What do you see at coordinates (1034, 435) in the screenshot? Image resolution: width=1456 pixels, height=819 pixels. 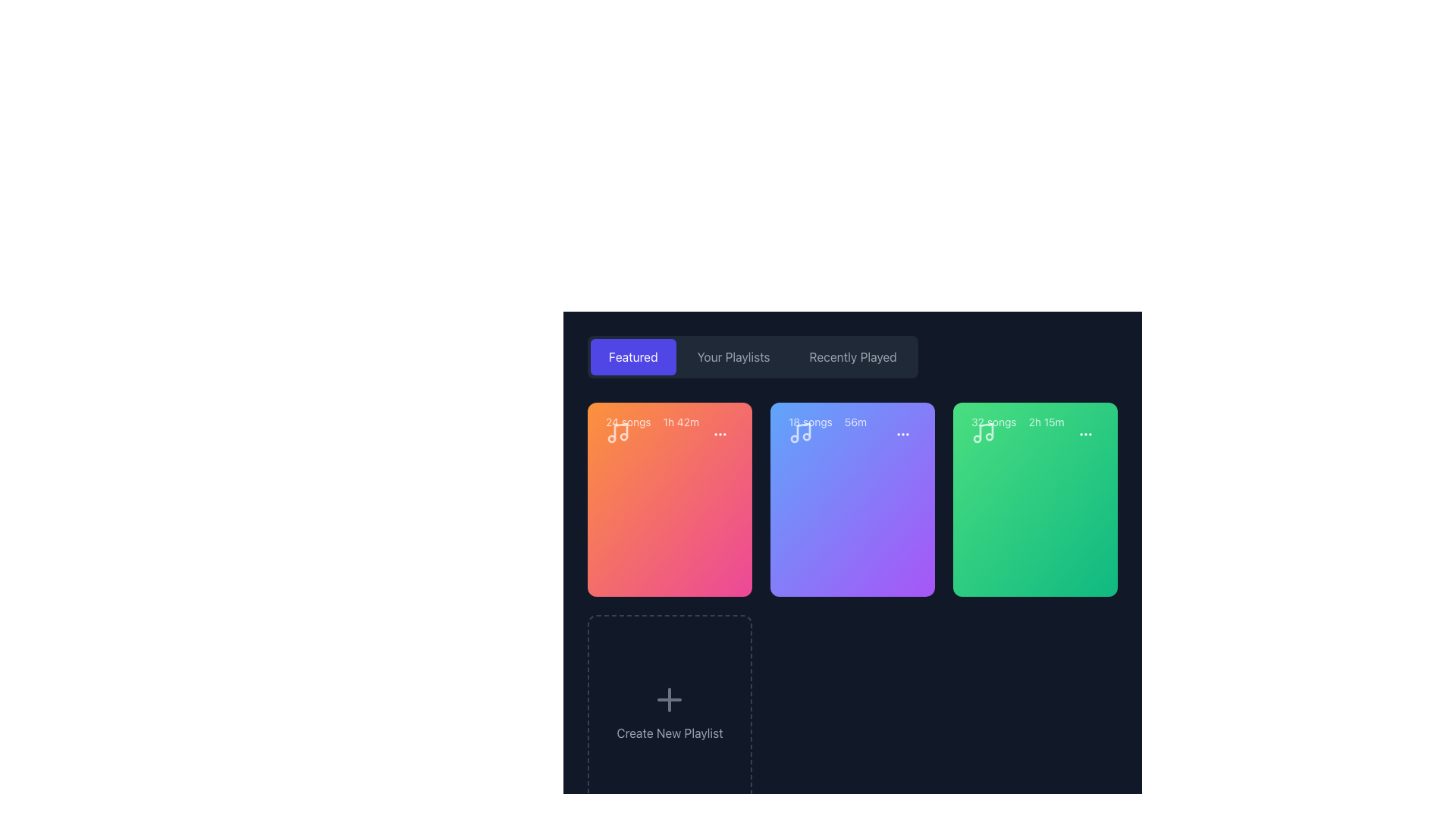 I see `the text block in the third card of the playlist grid that provides details about the playlist, including the number of songs and total duration` at bounding box center [1034, 435].